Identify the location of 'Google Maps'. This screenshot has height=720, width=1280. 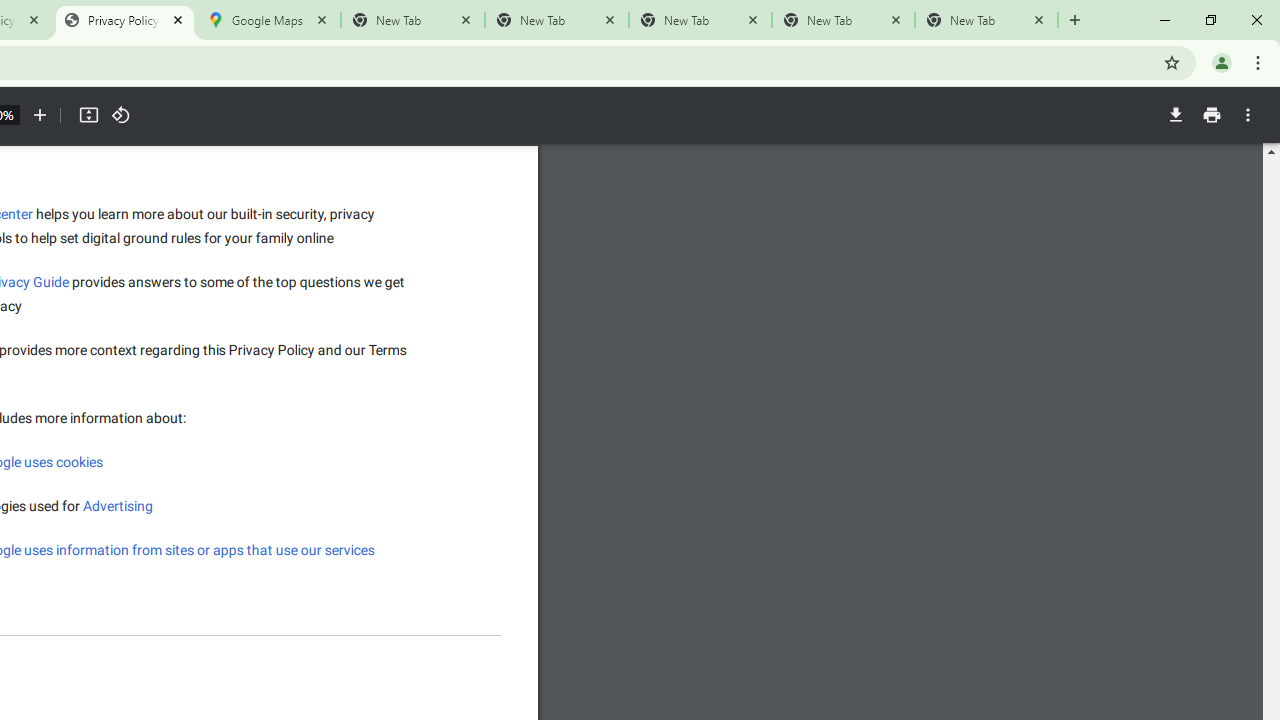
(267, 20).